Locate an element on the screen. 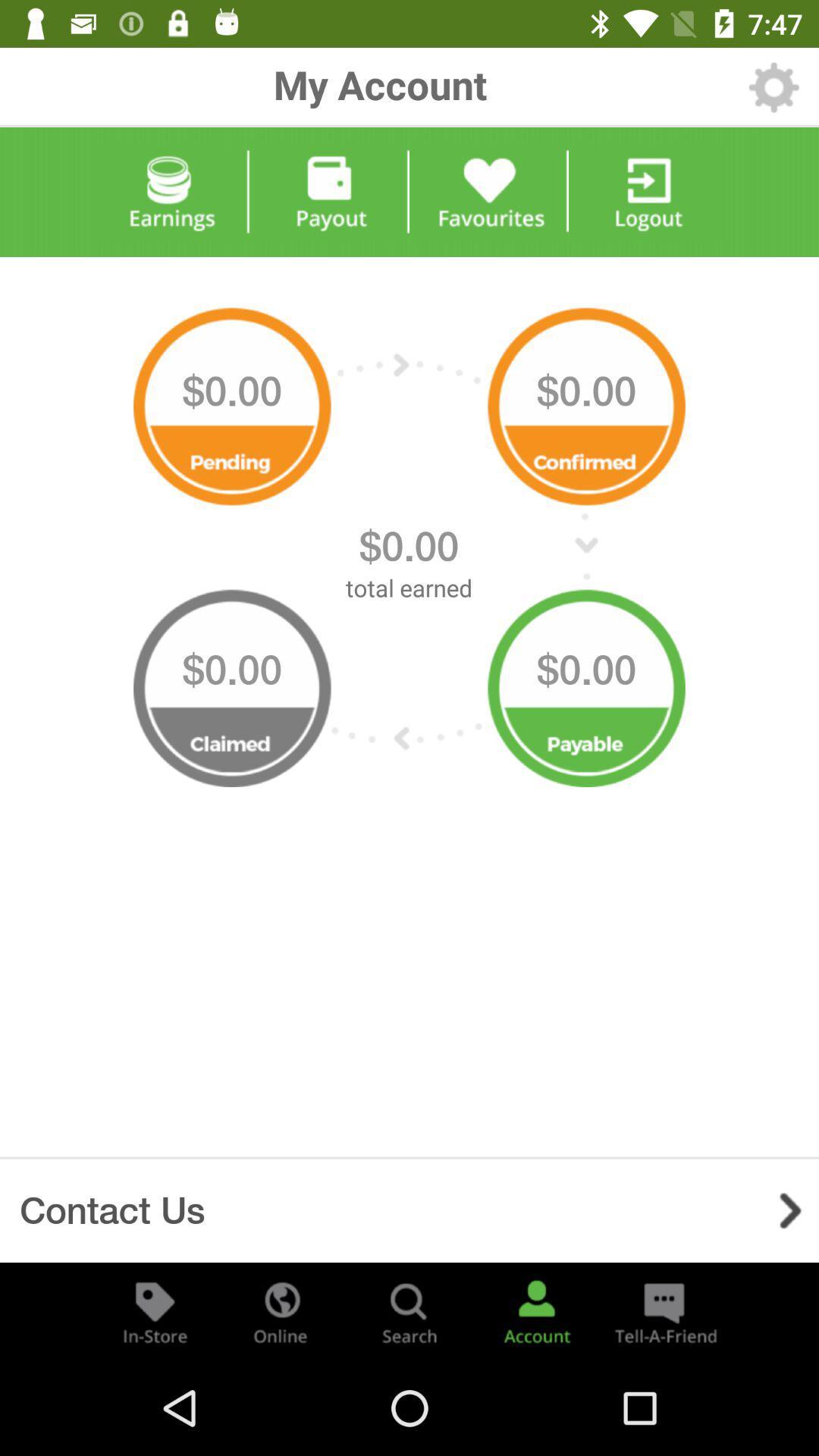 The height and width of the screenshot is (1456, 819). tellafriend is located at coordinates (663, 1310).